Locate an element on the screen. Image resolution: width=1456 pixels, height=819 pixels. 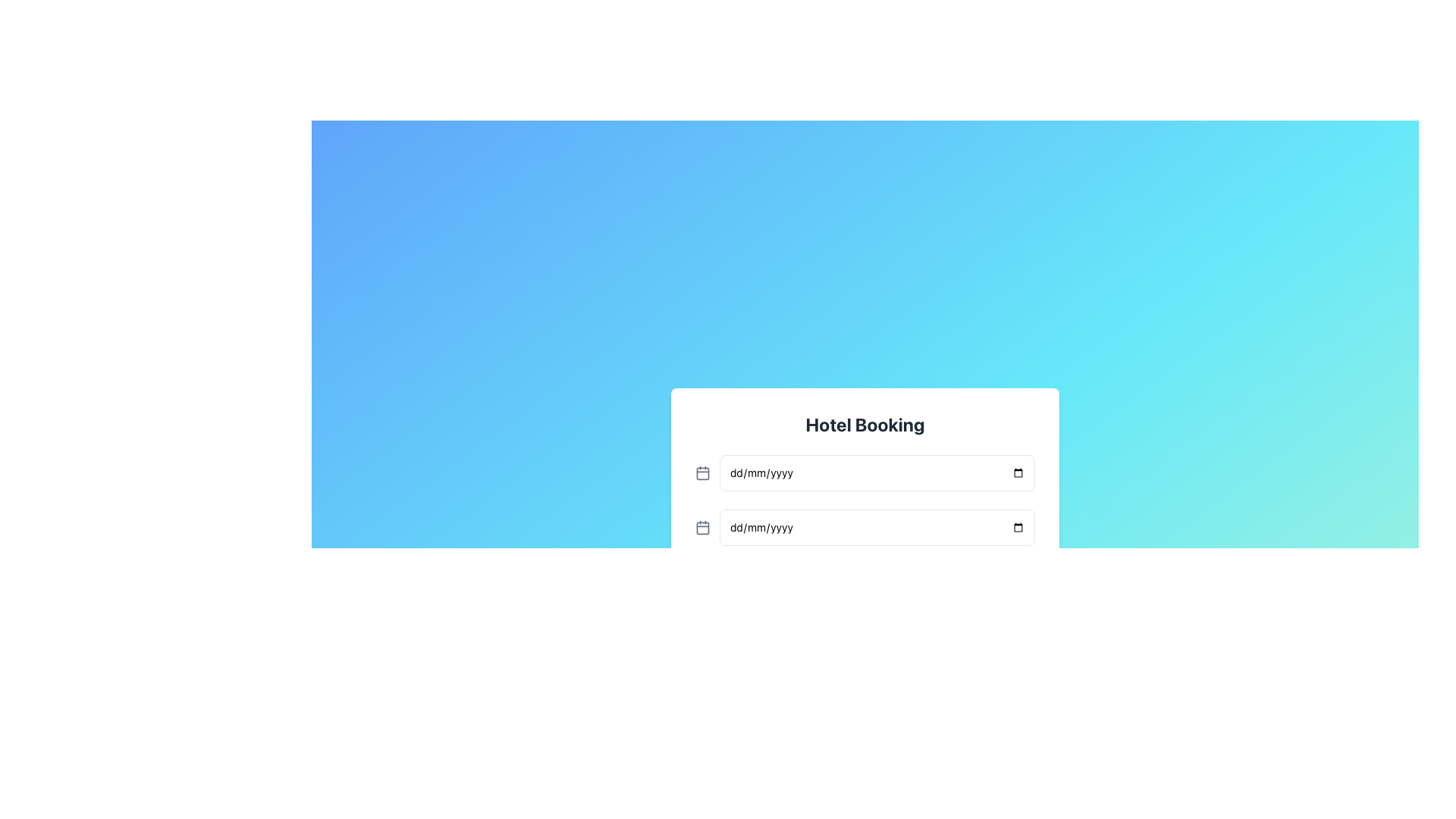
the calendar icon, which is located on the left side of the first row in a form-like layout, directly beside a text input box is located at coordinates (701, 472).